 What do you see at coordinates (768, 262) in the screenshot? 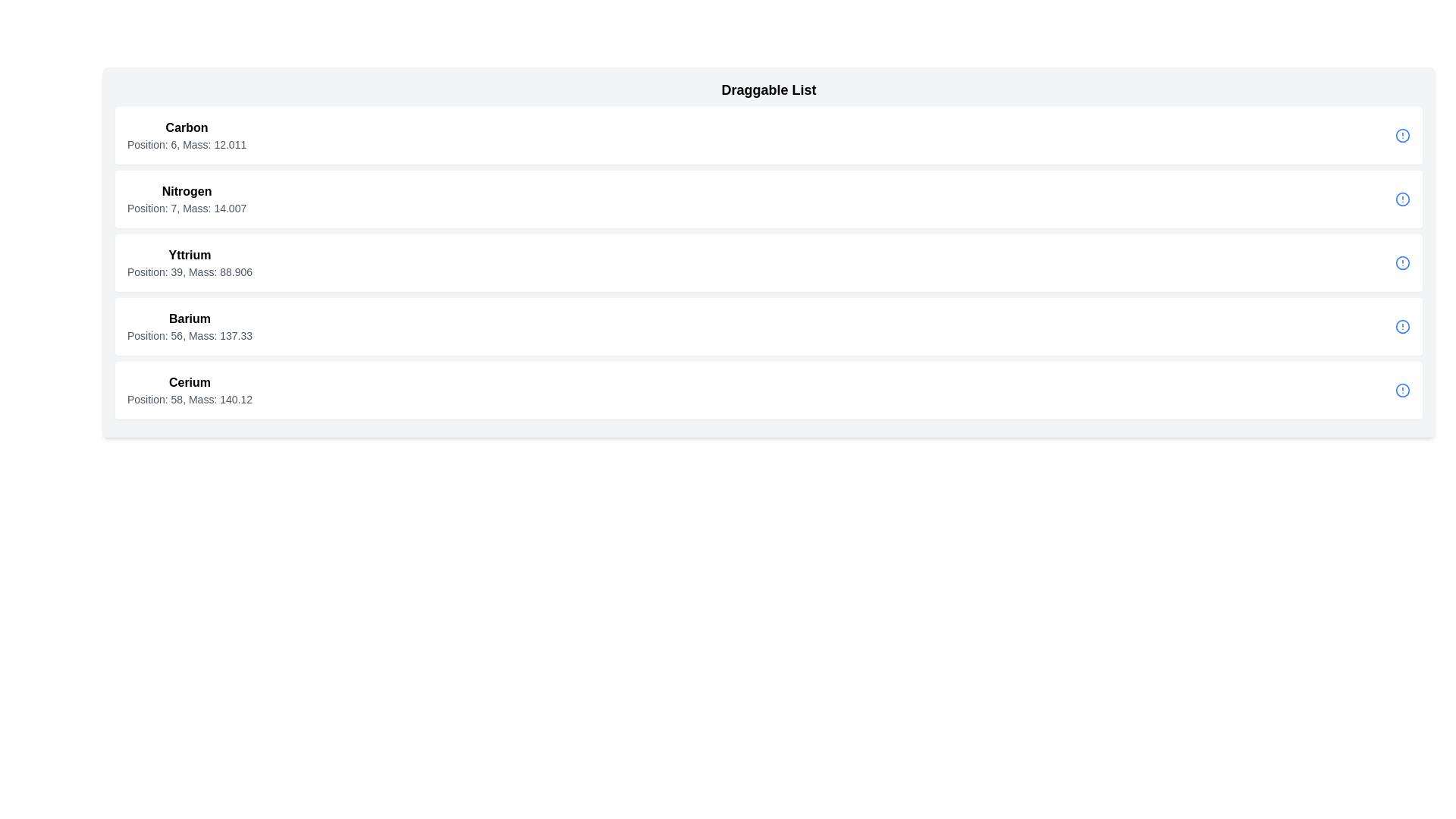
I see `the 'Yttrium' card interface element, which is the third item in the vertical list under the title 'Draggable List'` at bounding box center [768, 262].